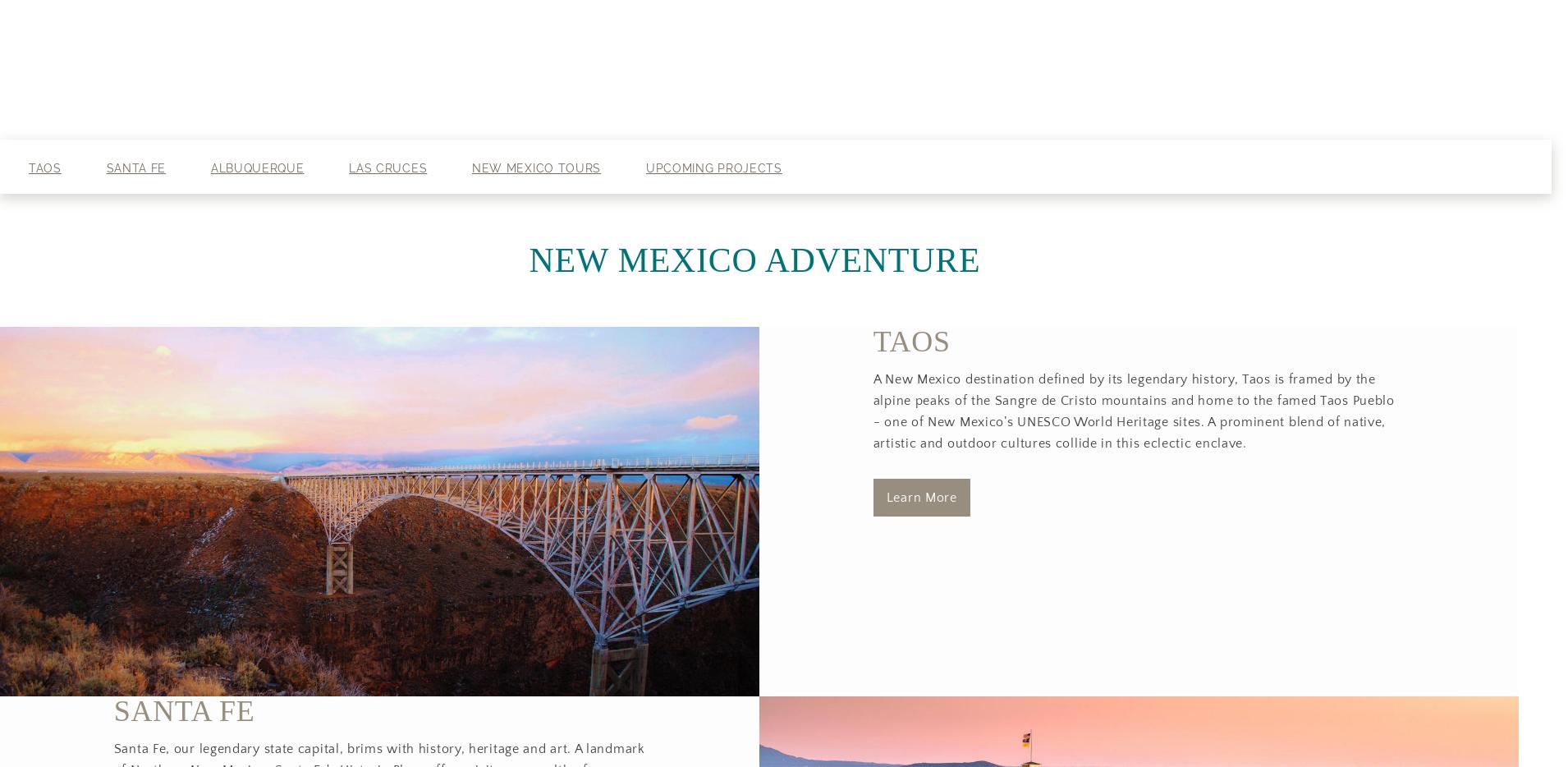 This screenshot has width=1568, height=767. What do you see at coordinates (44, 168) in the screenshot?
I see `'Taos'` at bounding box center [44, 168].